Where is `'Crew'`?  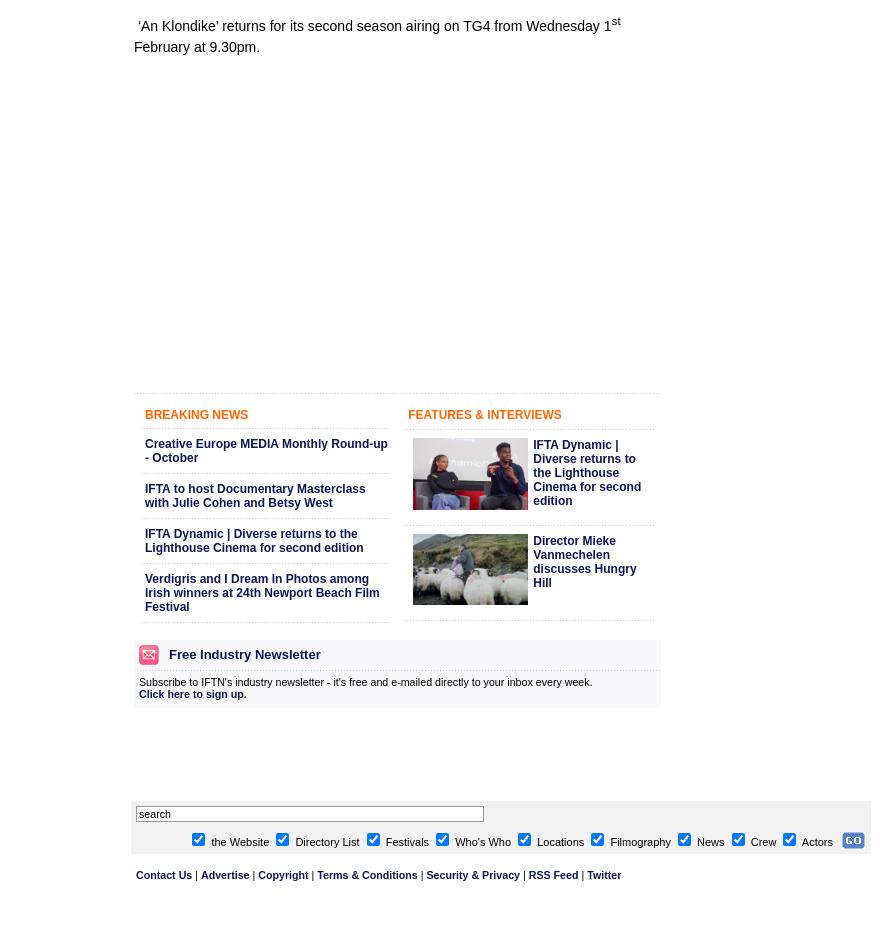 'Crew' is located at coordinates (761, 840).